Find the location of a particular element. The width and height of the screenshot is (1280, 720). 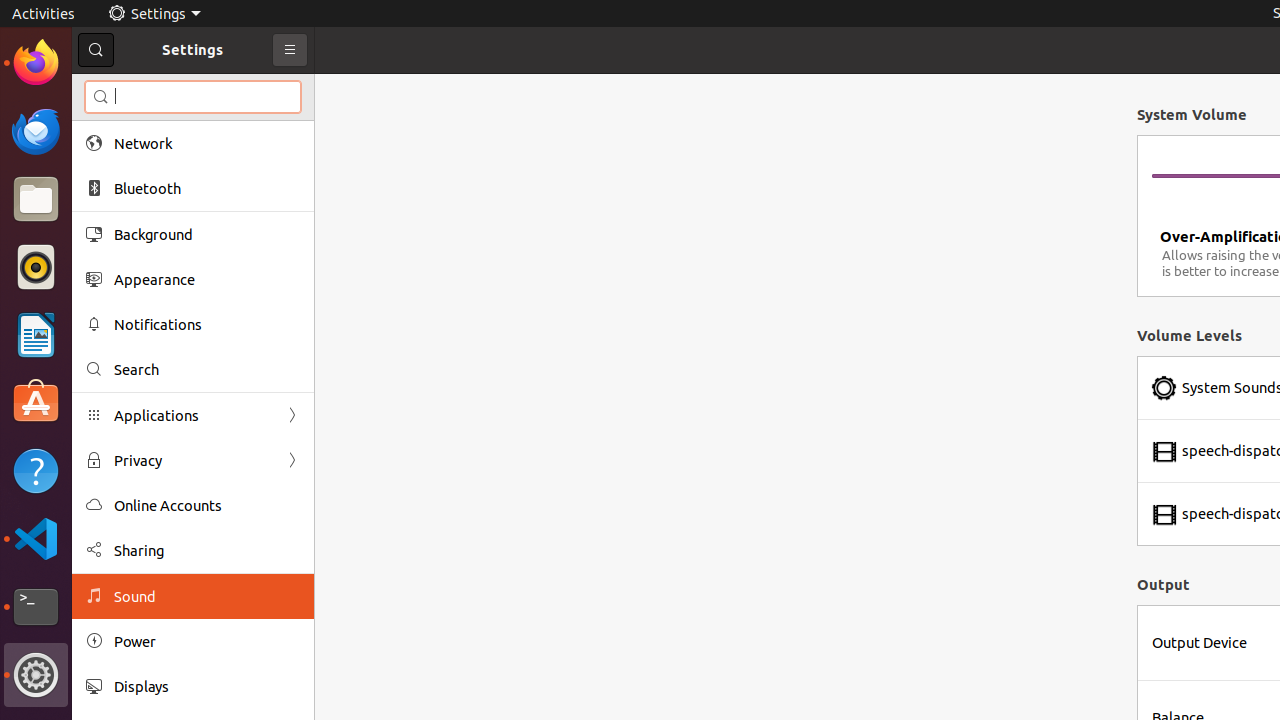

'Primary Menu' is located at coordinates (289, 48).